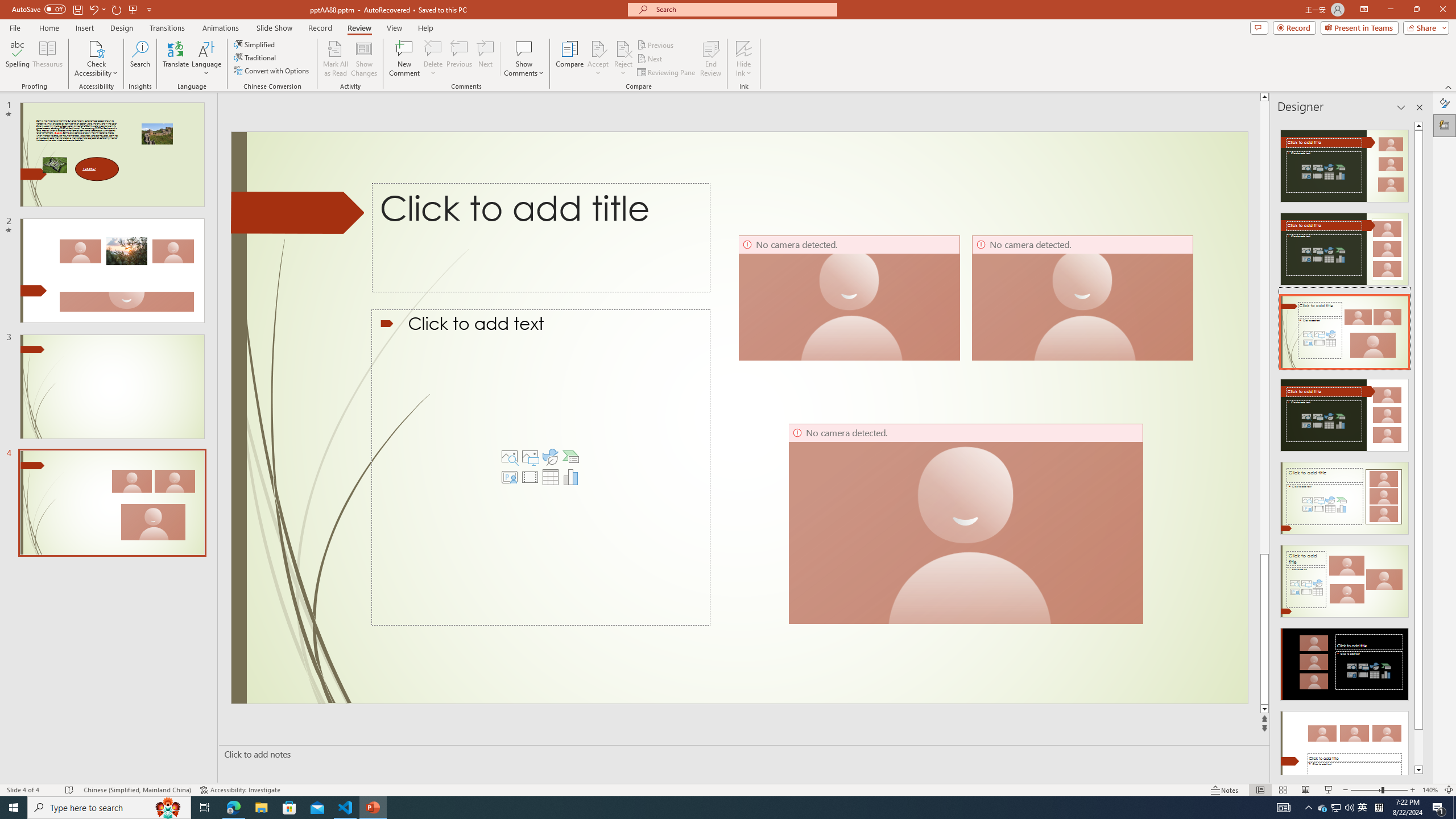 This screenshot has height=819, width=1456. What do you see at coordinates (598, 48) in the screenshot?
I see `'Accept Change'` at bounding box center [598, 48].